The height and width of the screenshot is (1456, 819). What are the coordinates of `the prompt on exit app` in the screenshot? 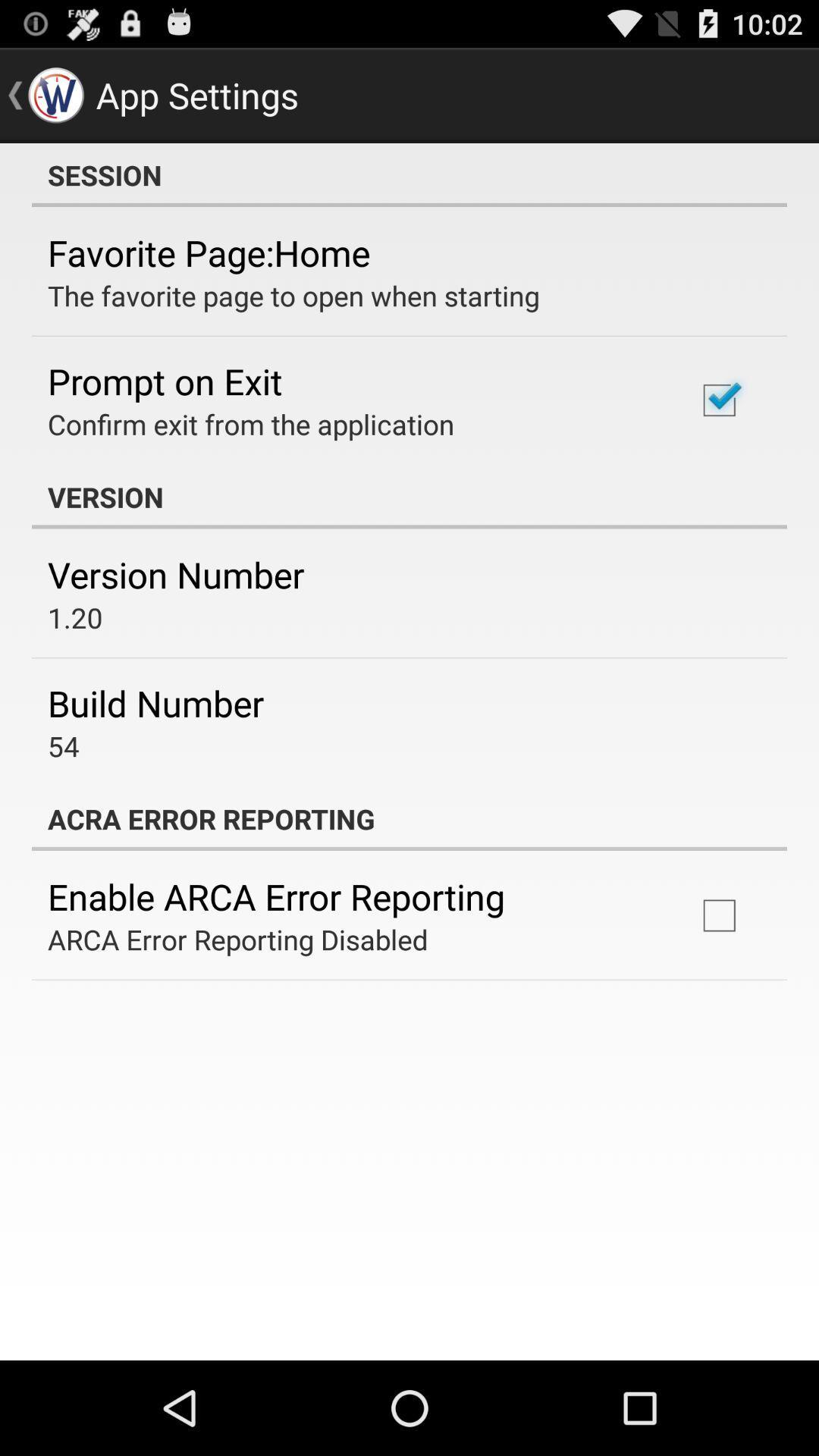 It's located at (165, 381).